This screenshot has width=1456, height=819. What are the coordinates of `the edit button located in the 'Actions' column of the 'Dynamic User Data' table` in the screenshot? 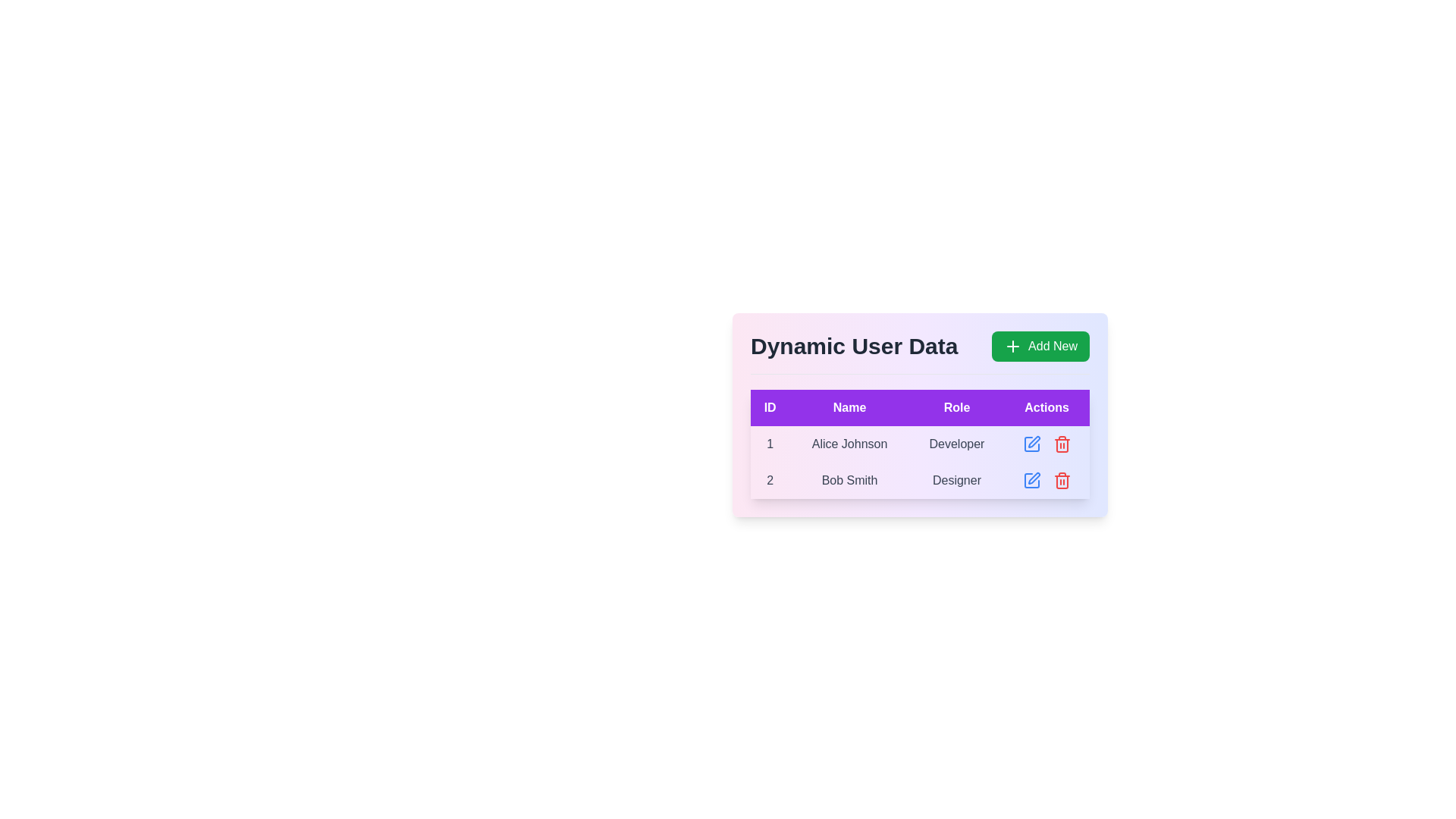 It's located at (1031, 444).